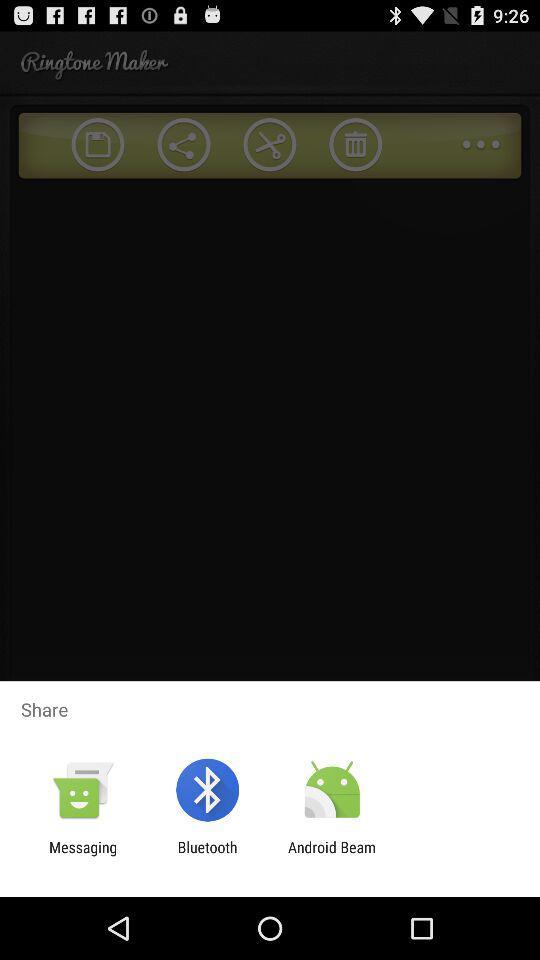 This screenshot has height=960, width=540. Describe the element at coordinates (82, 855) in the screenshot. I see `messaging item` at that location.